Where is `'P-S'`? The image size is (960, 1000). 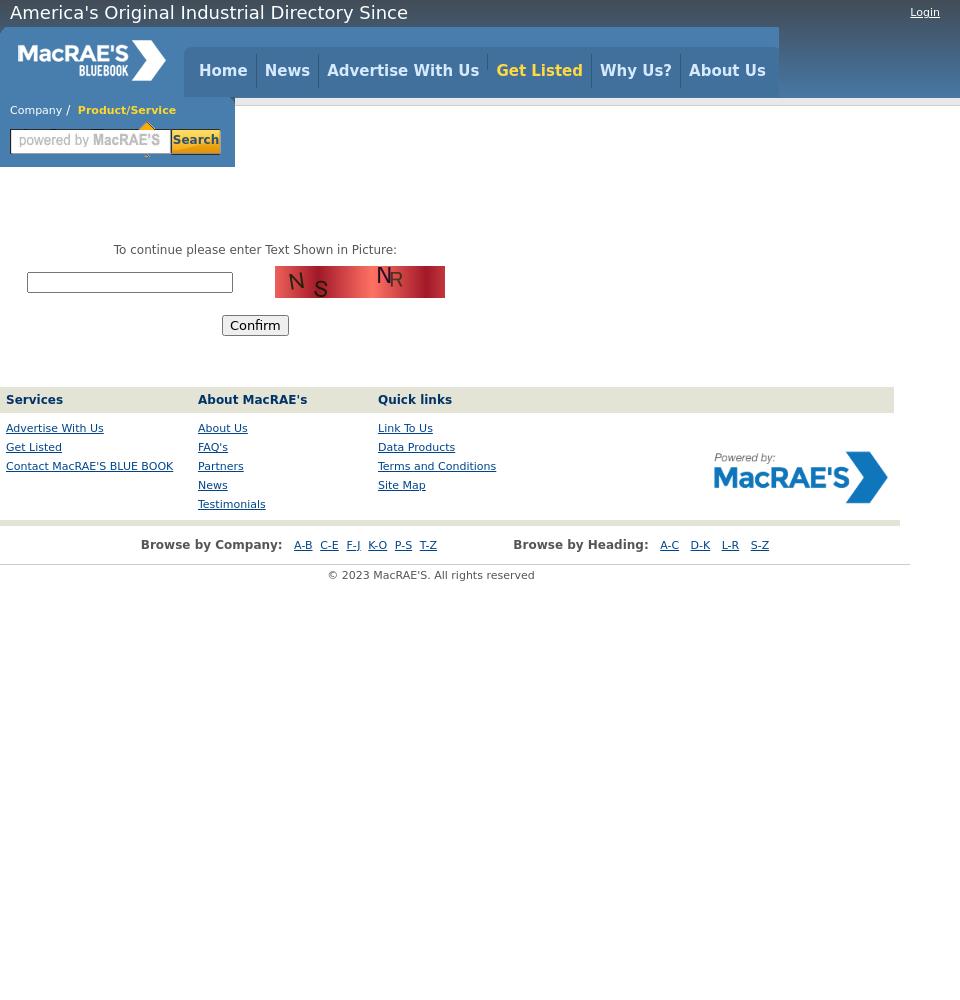
'P-S' is located at coordinates (402, 545).